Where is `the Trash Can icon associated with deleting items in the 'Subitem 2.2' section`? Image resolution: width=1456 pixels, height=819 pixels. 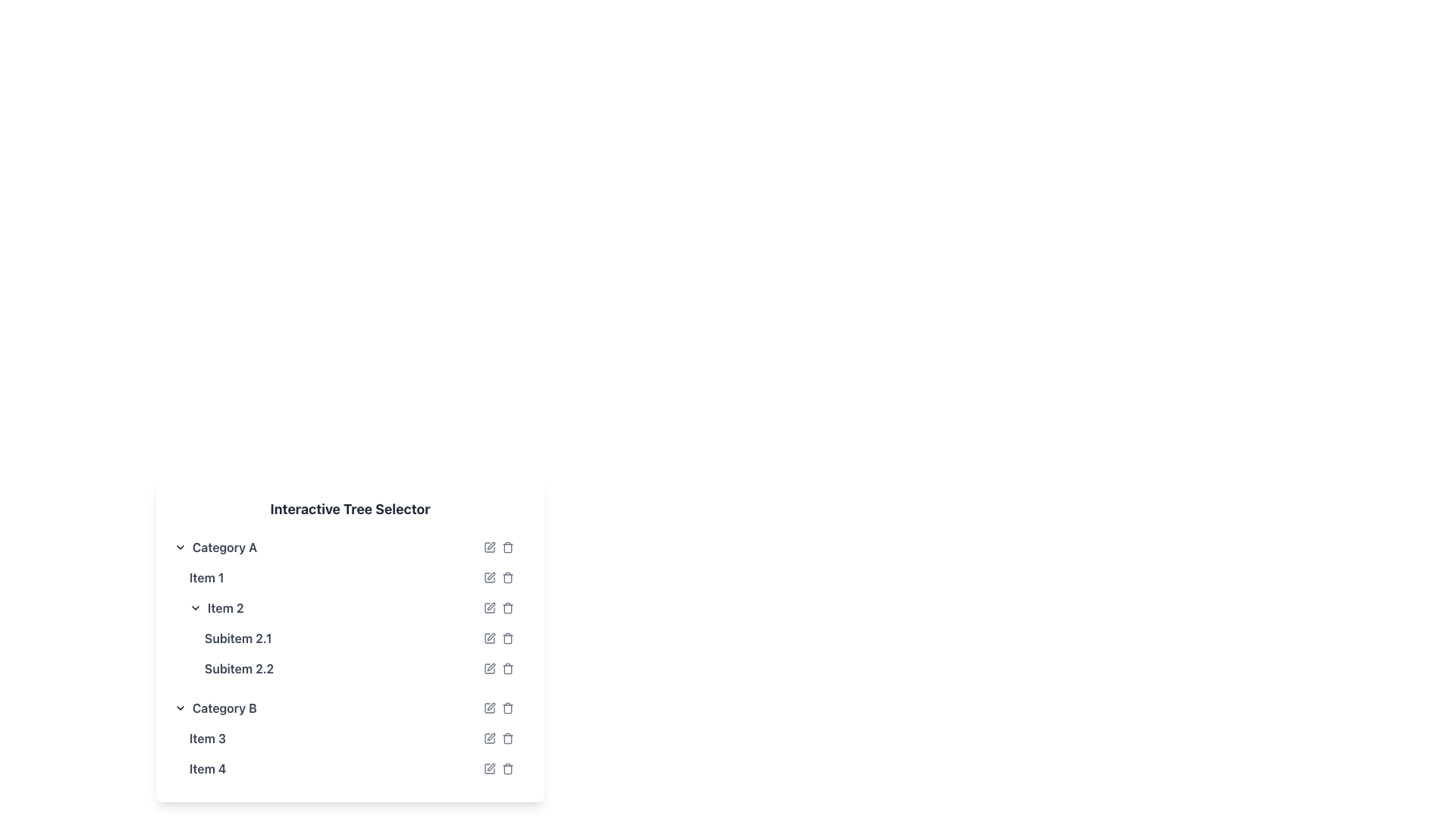 the Trash Can icon associated with deleting items in the 'Subitem 2.2' section is located at coordinates (508, 669).